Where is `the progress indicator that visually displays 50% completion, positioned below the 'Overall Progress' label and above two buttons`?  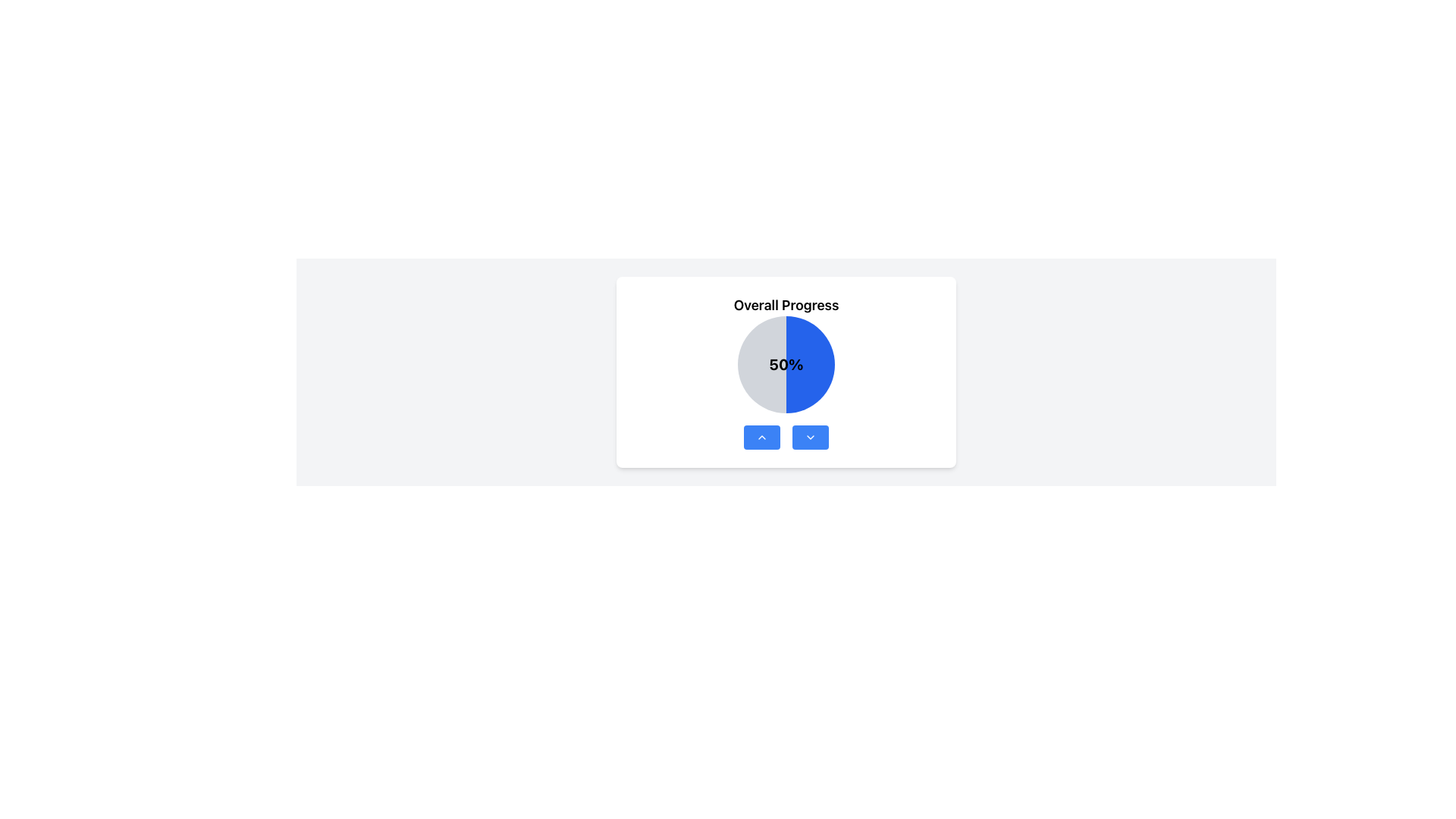
the progress indicator that visually displays 50% completion, positioned below the 'Overall Progress' label and above two buttons is located at coordinates (786, 365).